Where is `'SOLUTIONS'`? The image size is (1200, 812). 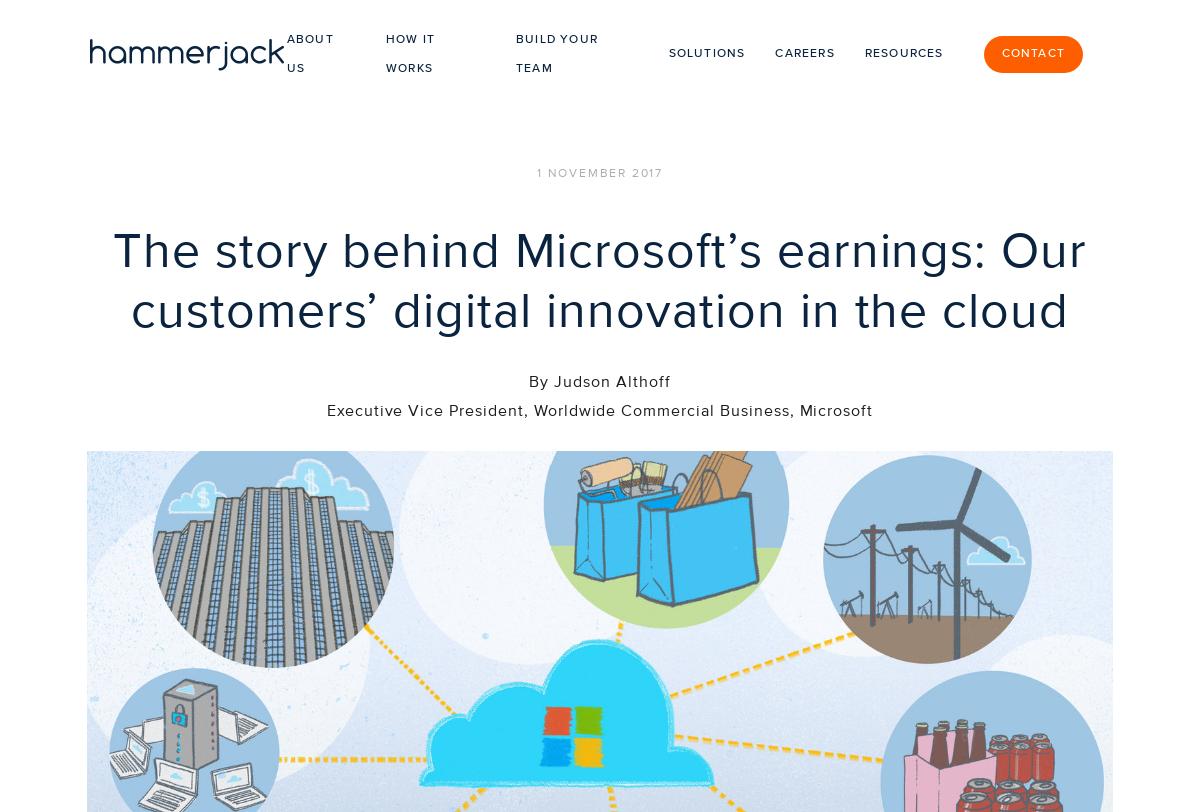
'SOLUTIONS' is located at coordinates (475, 742).